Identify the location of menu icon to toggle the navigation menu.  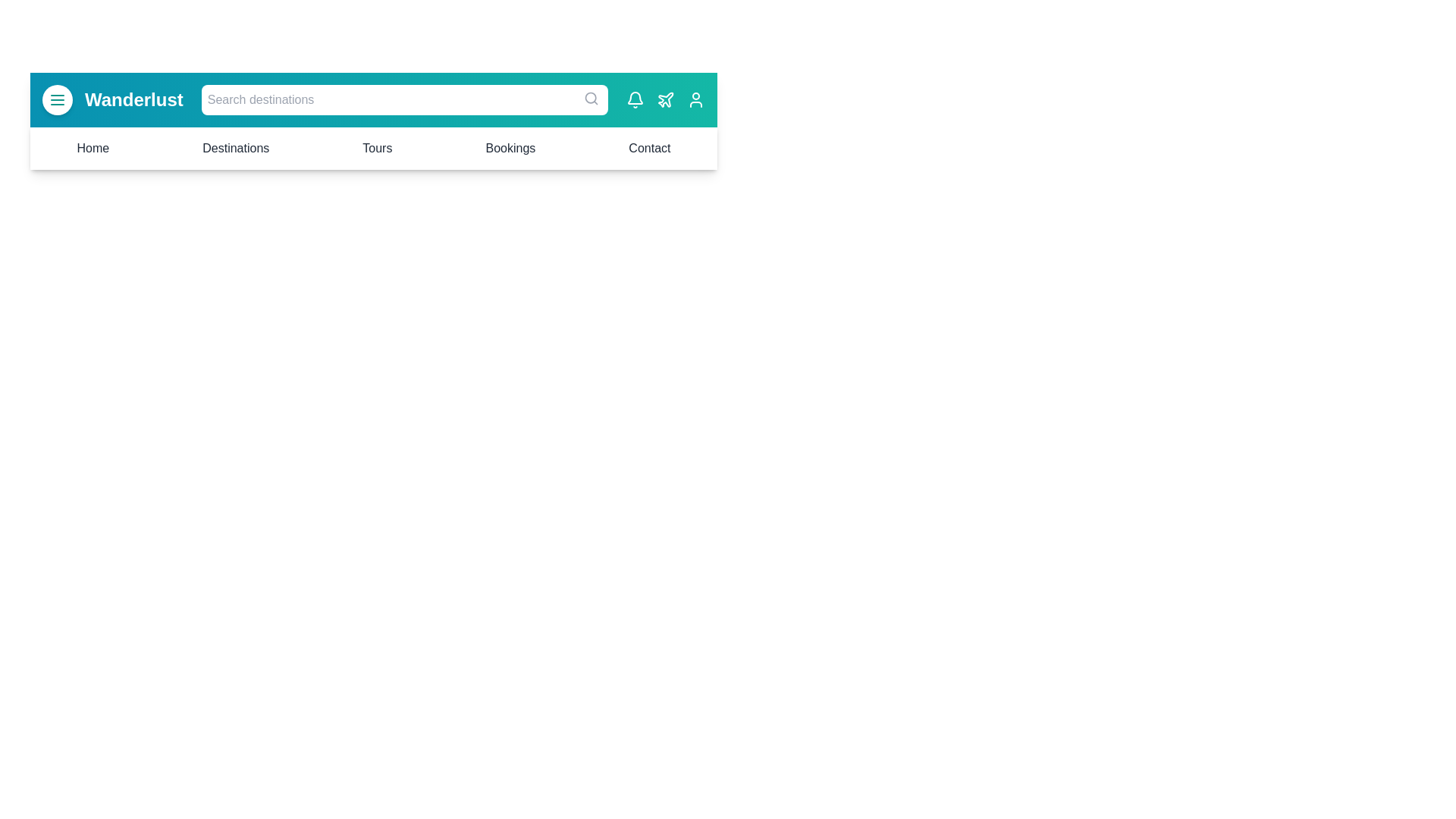
(58, 99).